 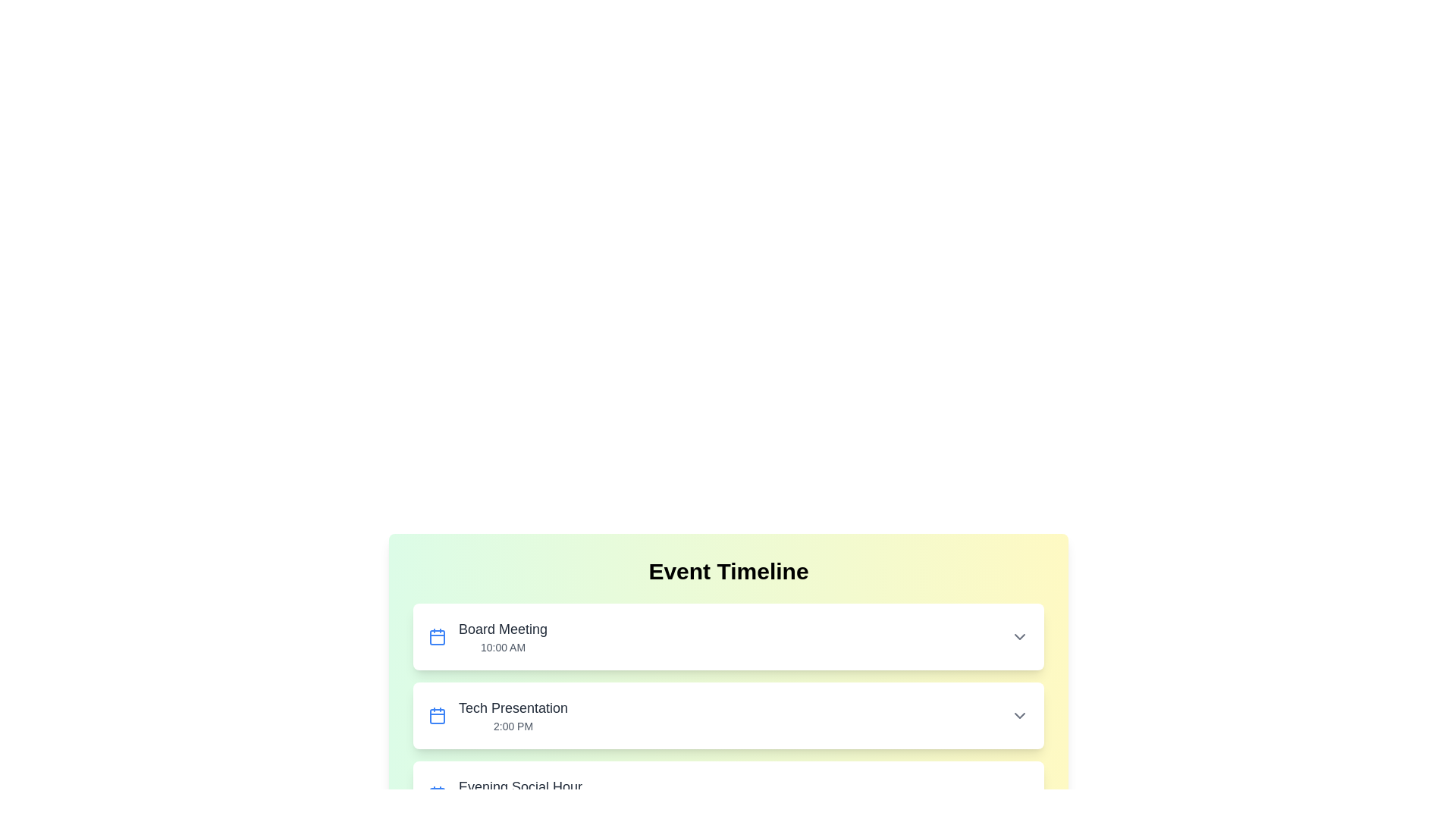 I want to click on the styling of the rounded rectangle element that is part of the calendar icon within the 'Evening Social Hour' event item in the timeline, so click(x=436, y=795).